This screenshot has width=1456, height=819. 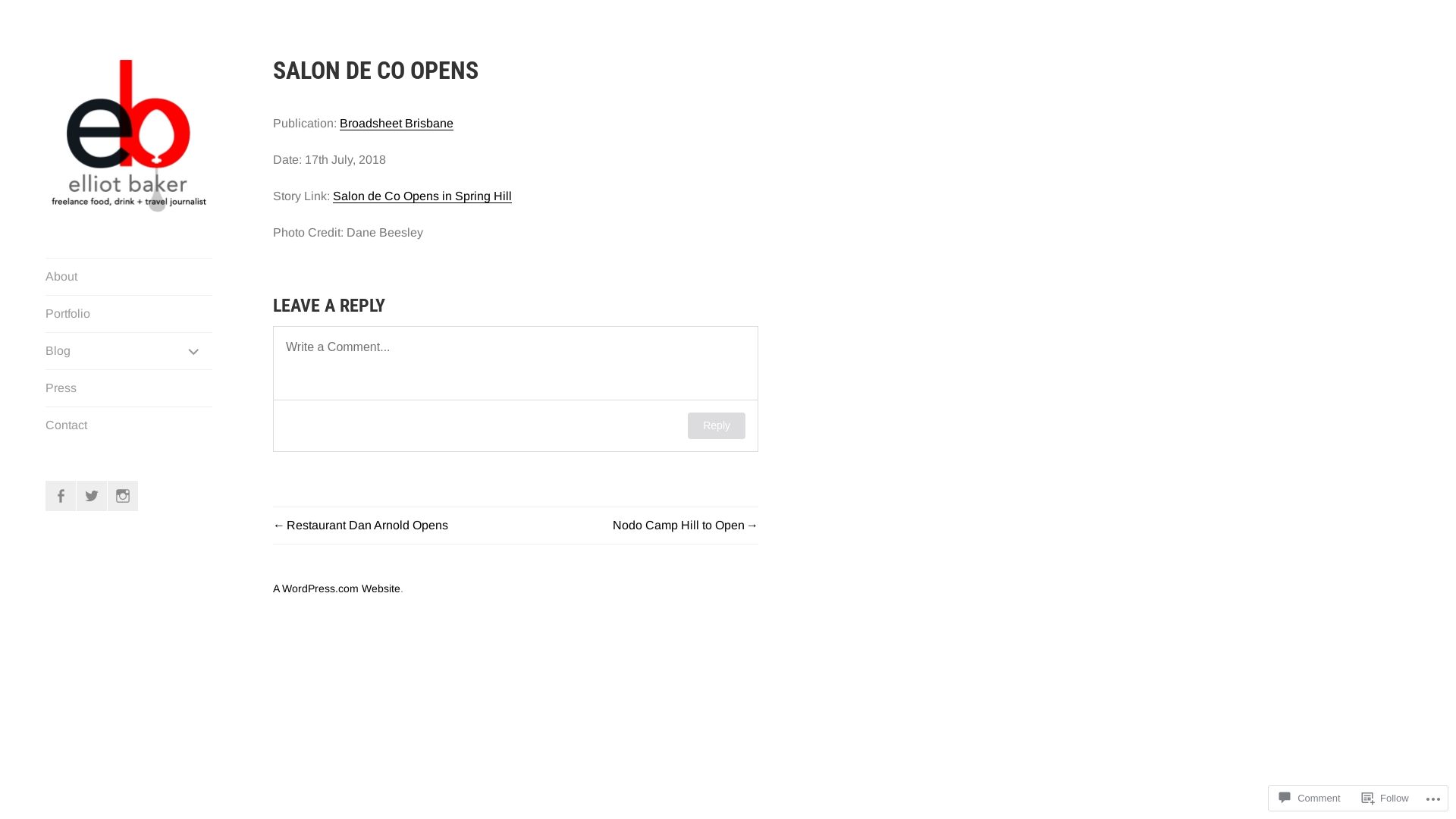 What do you see at coordinates (128, 312) in the screenshot?
I see `'Portfolio'` at bounding box center [128, 312].